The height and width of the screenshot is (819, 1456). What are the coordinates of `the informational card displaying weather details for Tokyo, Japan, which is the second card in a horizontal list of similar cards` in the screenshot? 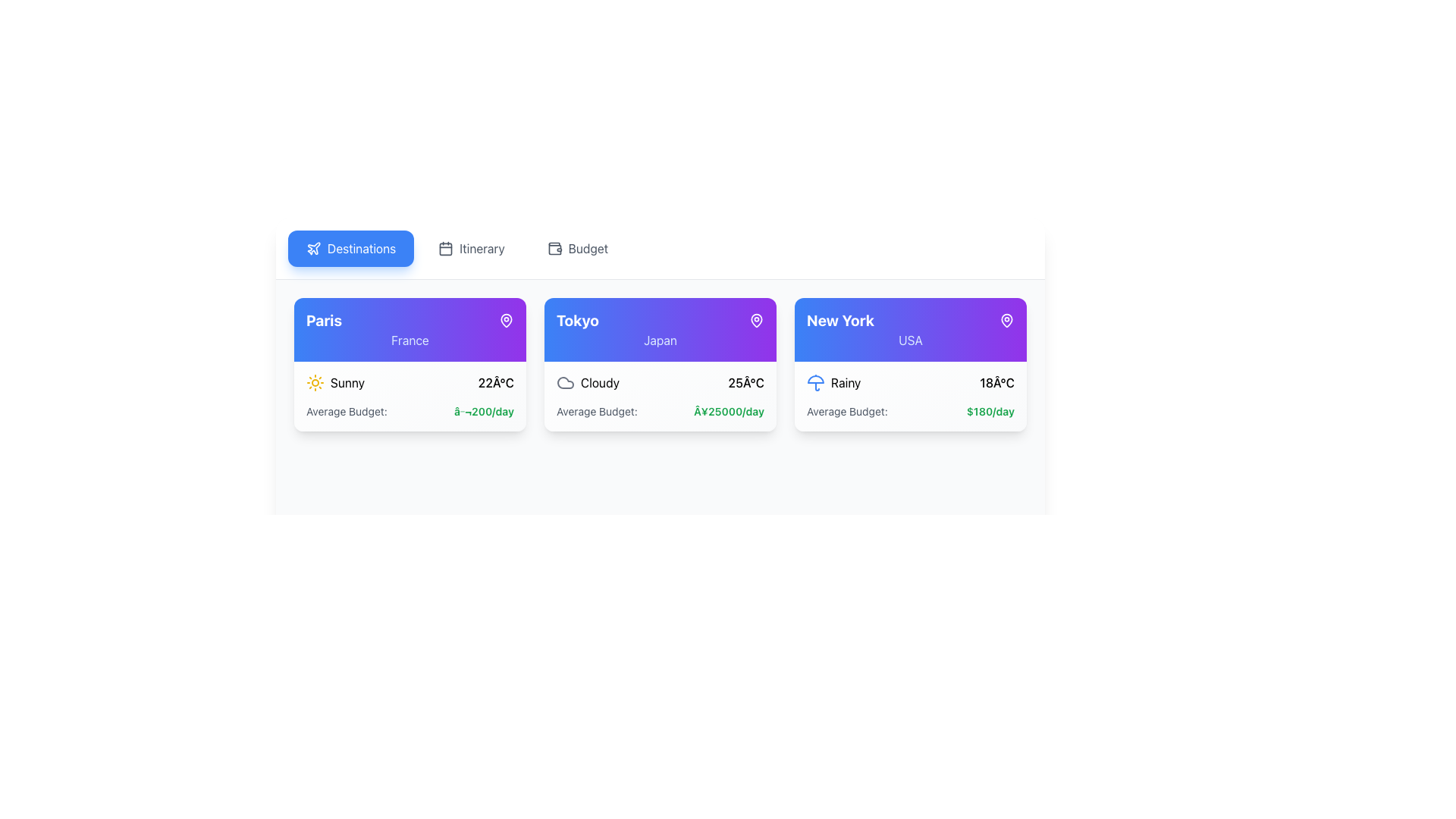 It's located at (660, 365).